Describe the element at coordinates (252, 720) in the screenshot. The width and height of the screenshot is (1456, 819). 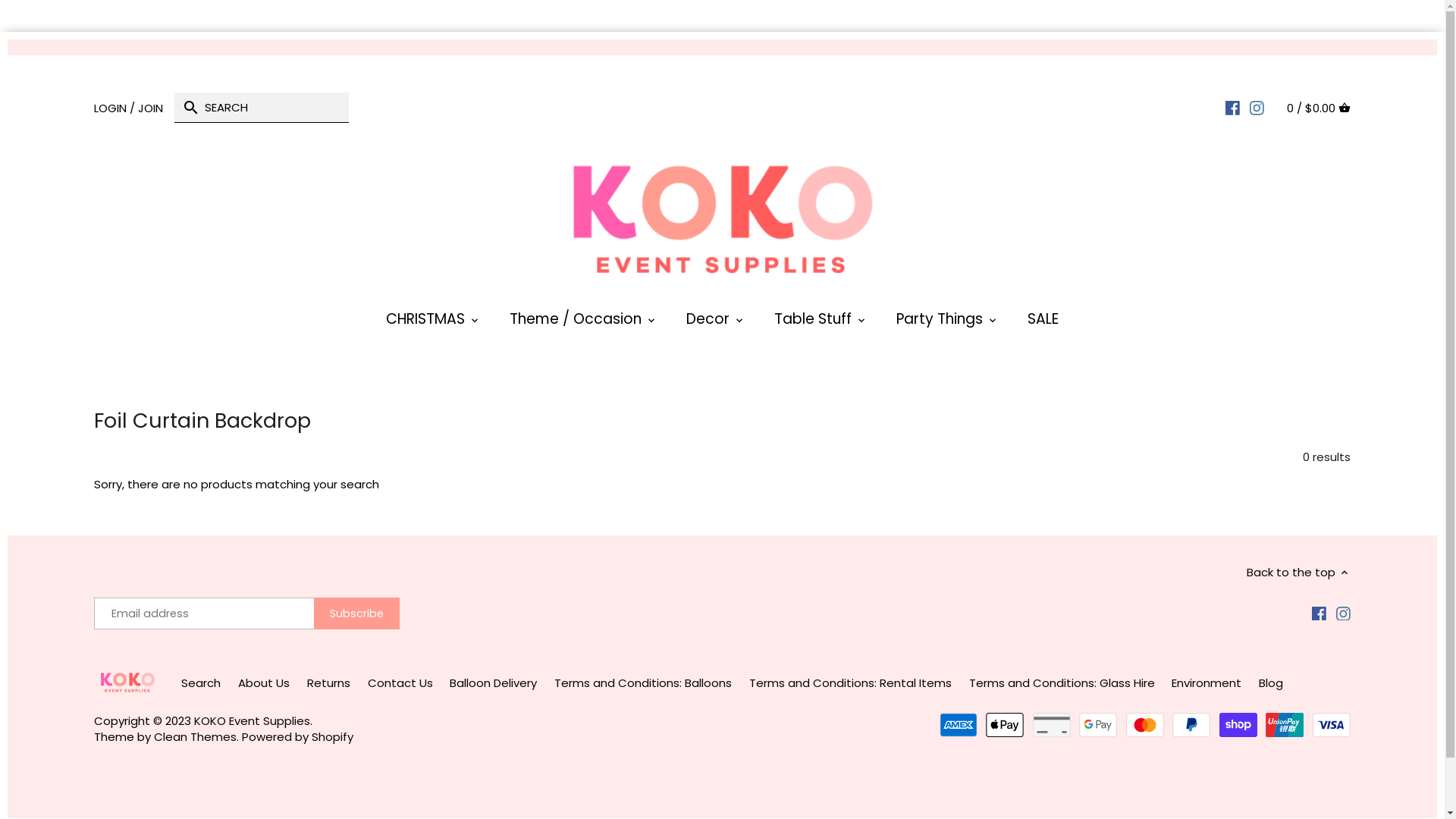
I see `'KOKO Event Supplies'` at that location.